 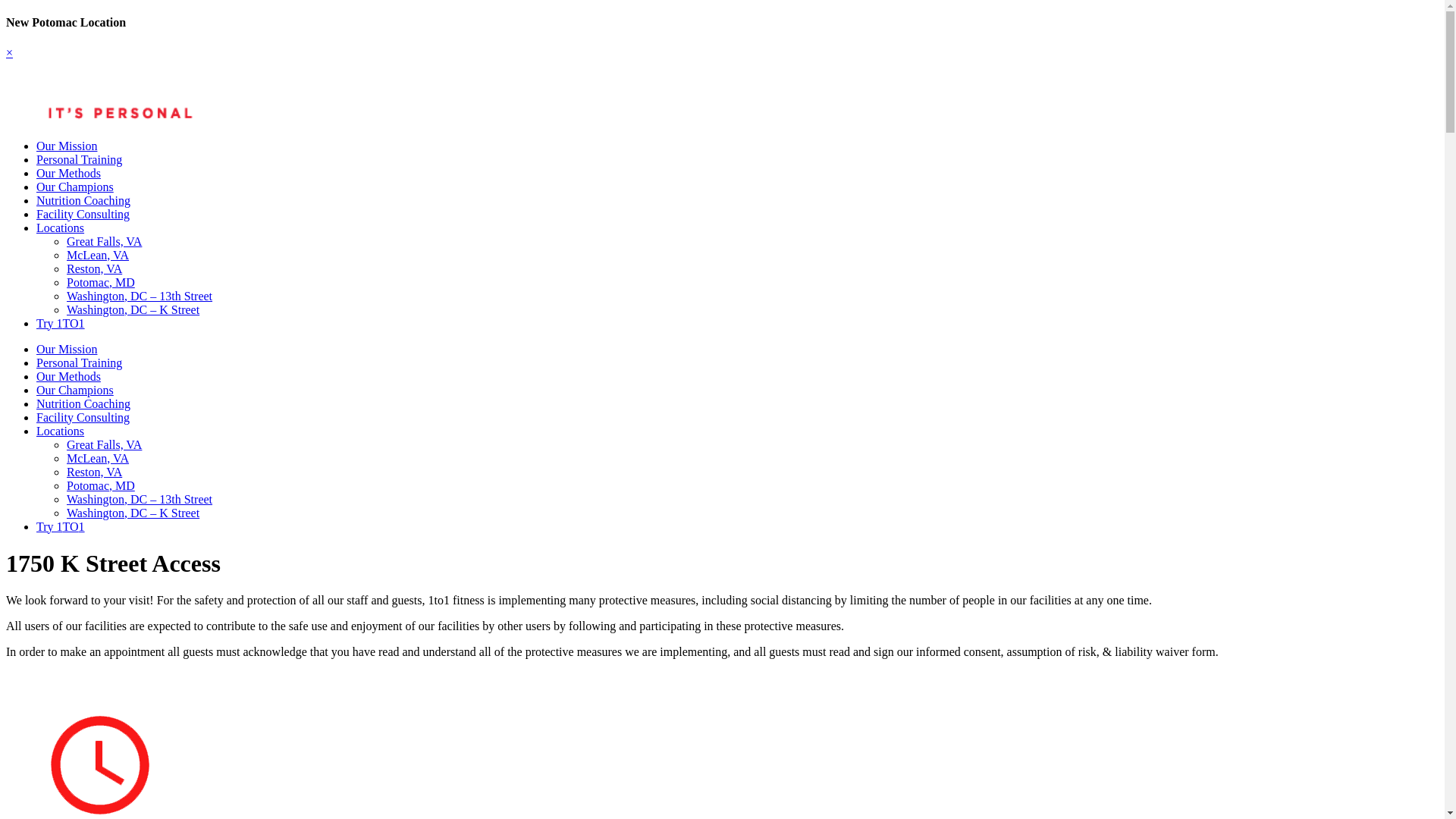 What do you see at coordinates (97, 457) in the screenshot?
I see `'McLean, VA'` at bounding box center [97, 457].